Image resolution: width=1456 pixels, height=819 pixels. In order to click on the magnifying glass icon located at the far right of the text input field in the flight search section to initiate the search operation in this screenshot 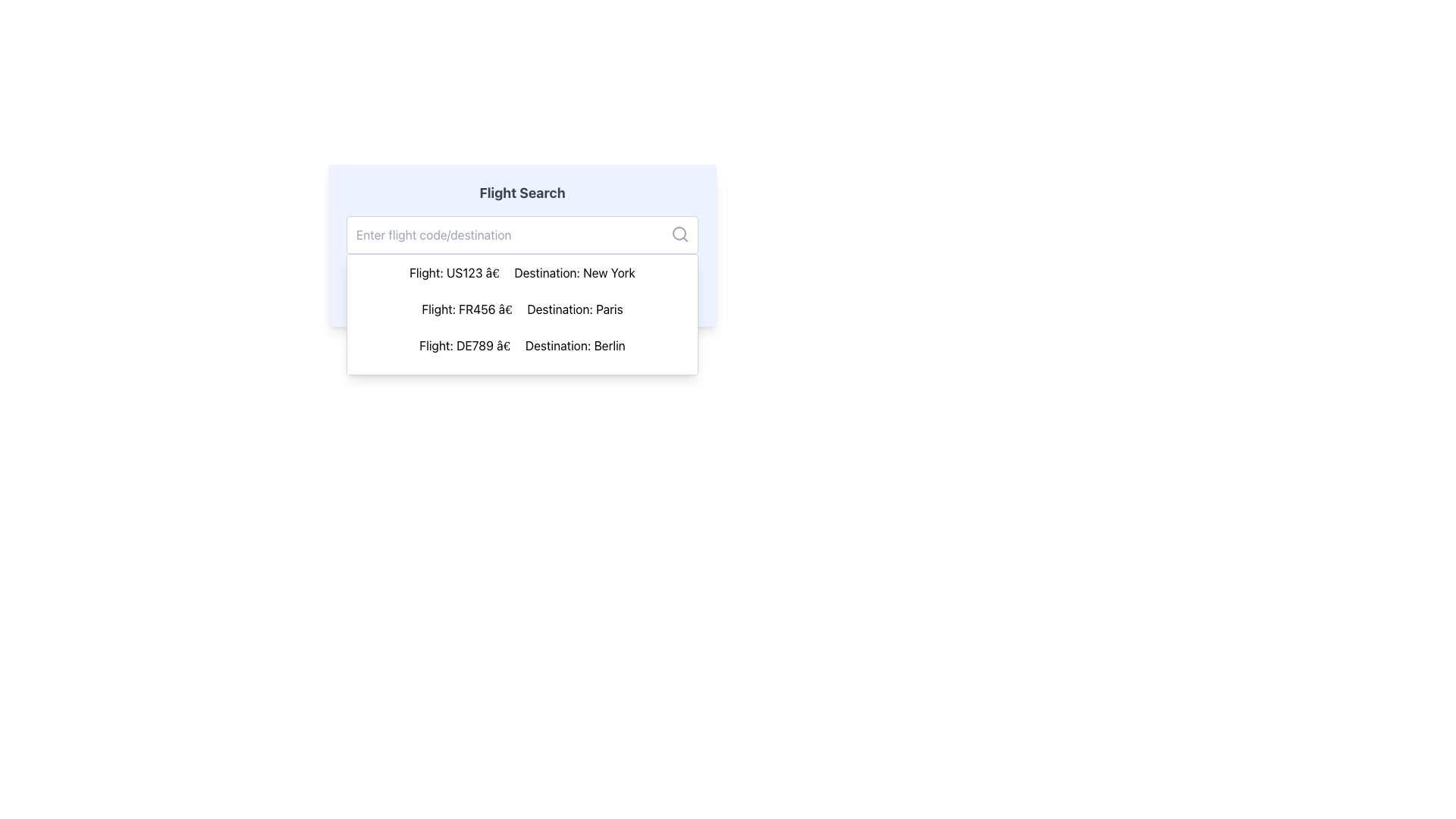, I will do `click(679, 234)`.